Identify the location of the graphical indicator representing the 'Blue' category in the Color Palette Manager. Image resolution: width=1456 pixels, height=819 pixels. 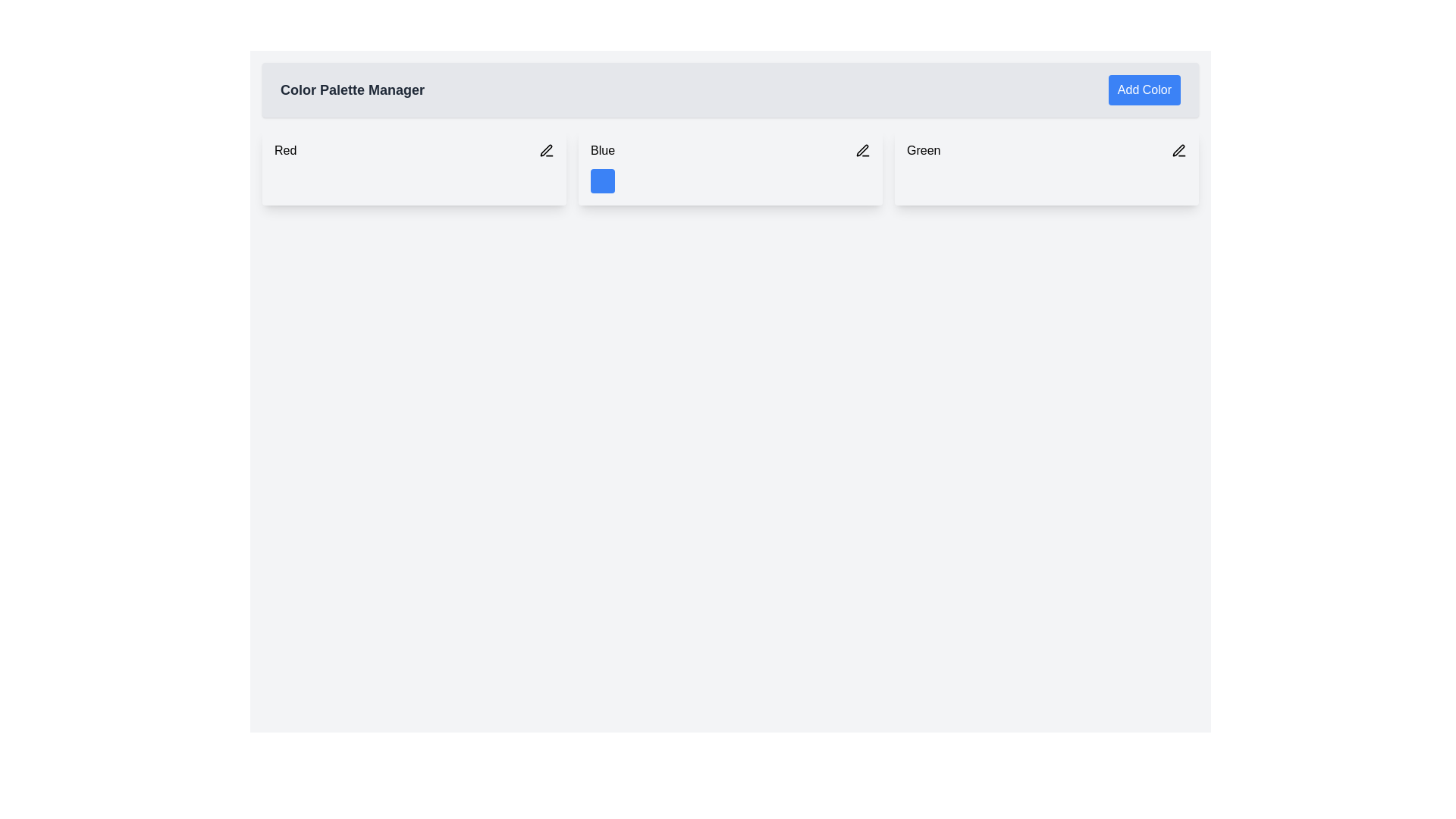
(633, 180).